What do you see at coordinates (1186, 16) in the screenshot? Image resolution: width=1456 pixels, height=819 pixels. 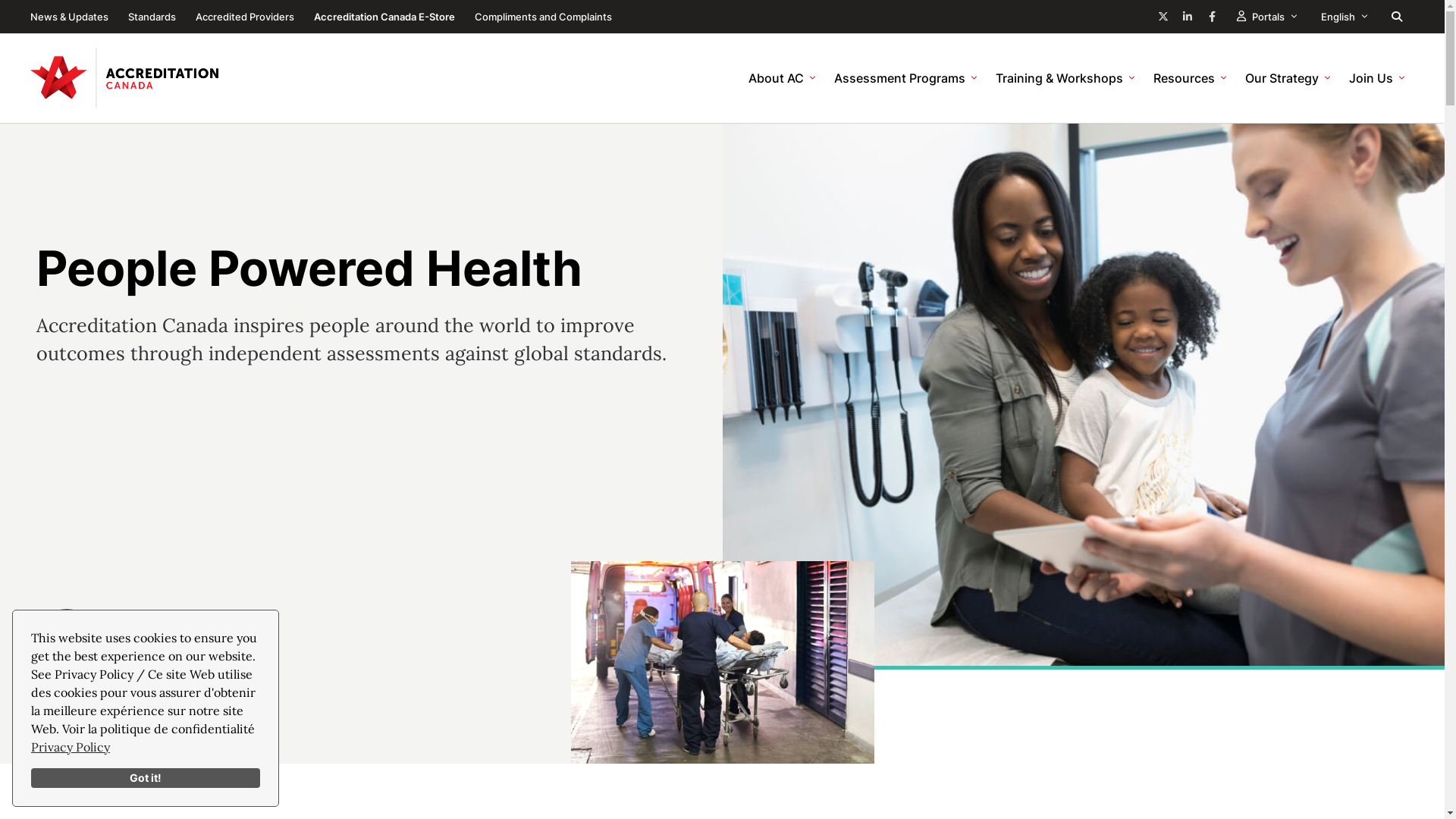 I see `'LinkedIn'` at bounding box center [1186, 16].